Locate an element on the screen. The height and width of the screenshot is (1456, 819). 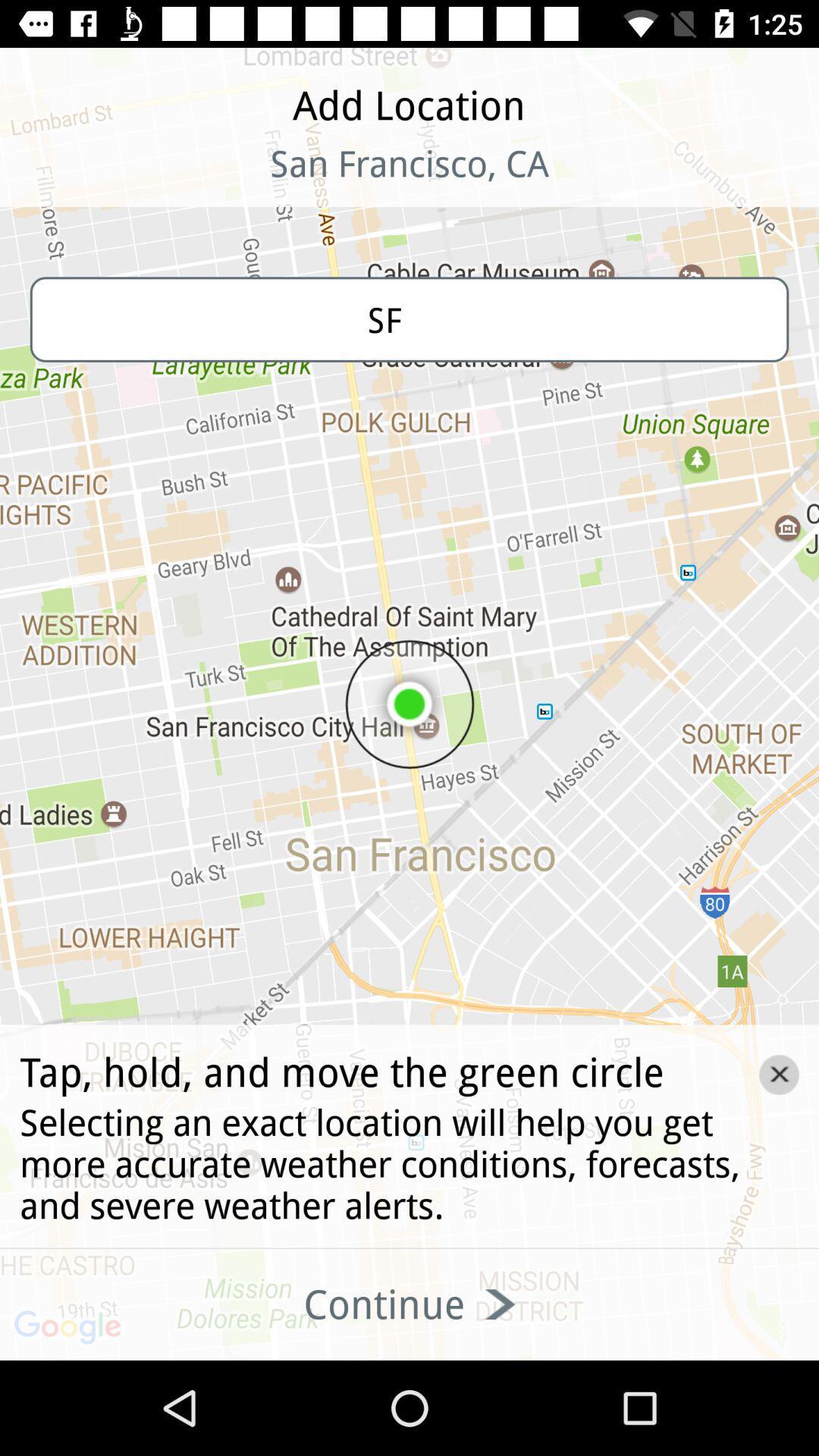
icon at the bottom right corner is located at coordinates (779, 1074).